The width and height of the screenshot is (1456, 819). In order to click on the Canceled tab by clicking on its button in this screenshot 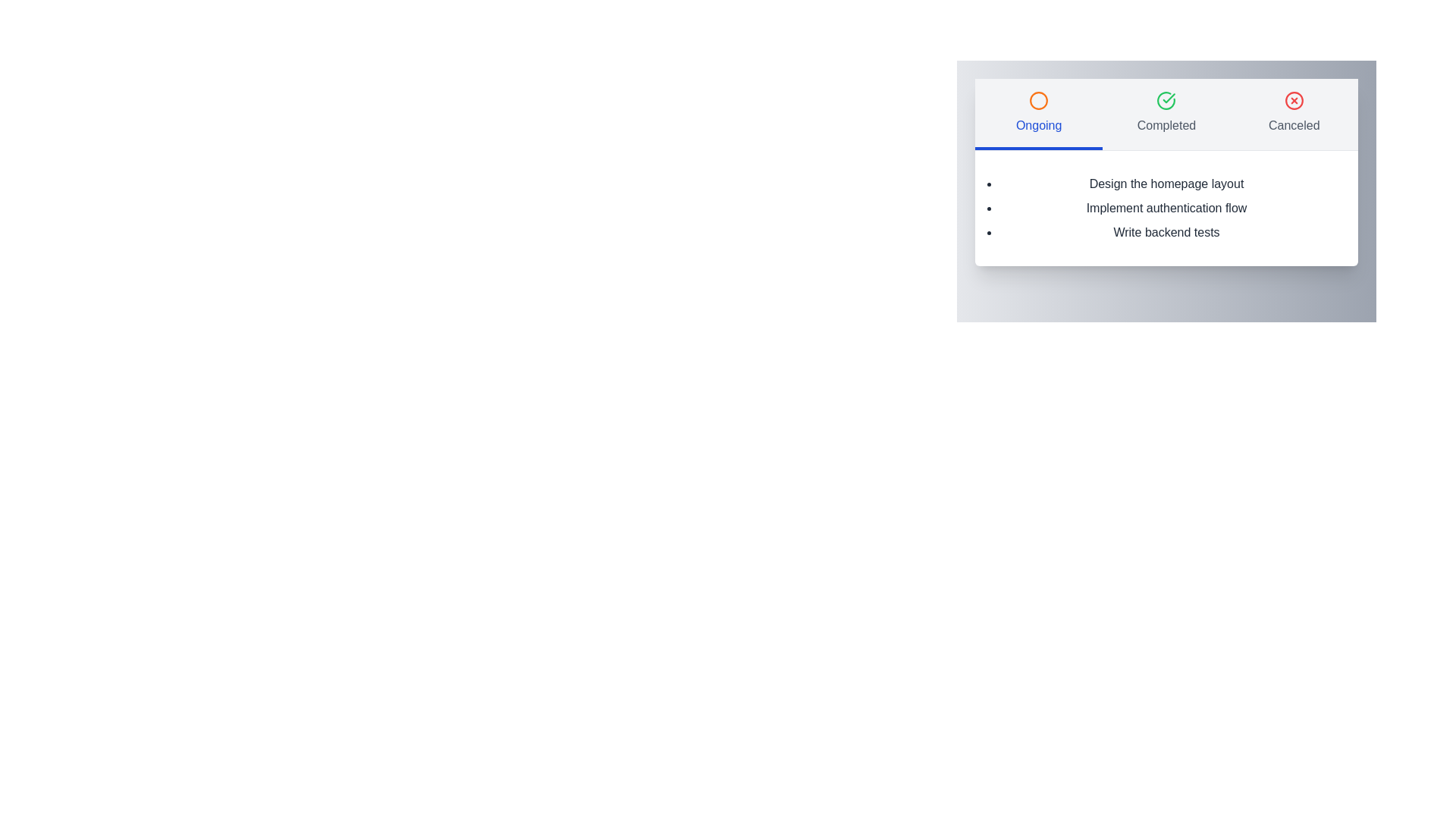, I will do `click(1294, 113)`.